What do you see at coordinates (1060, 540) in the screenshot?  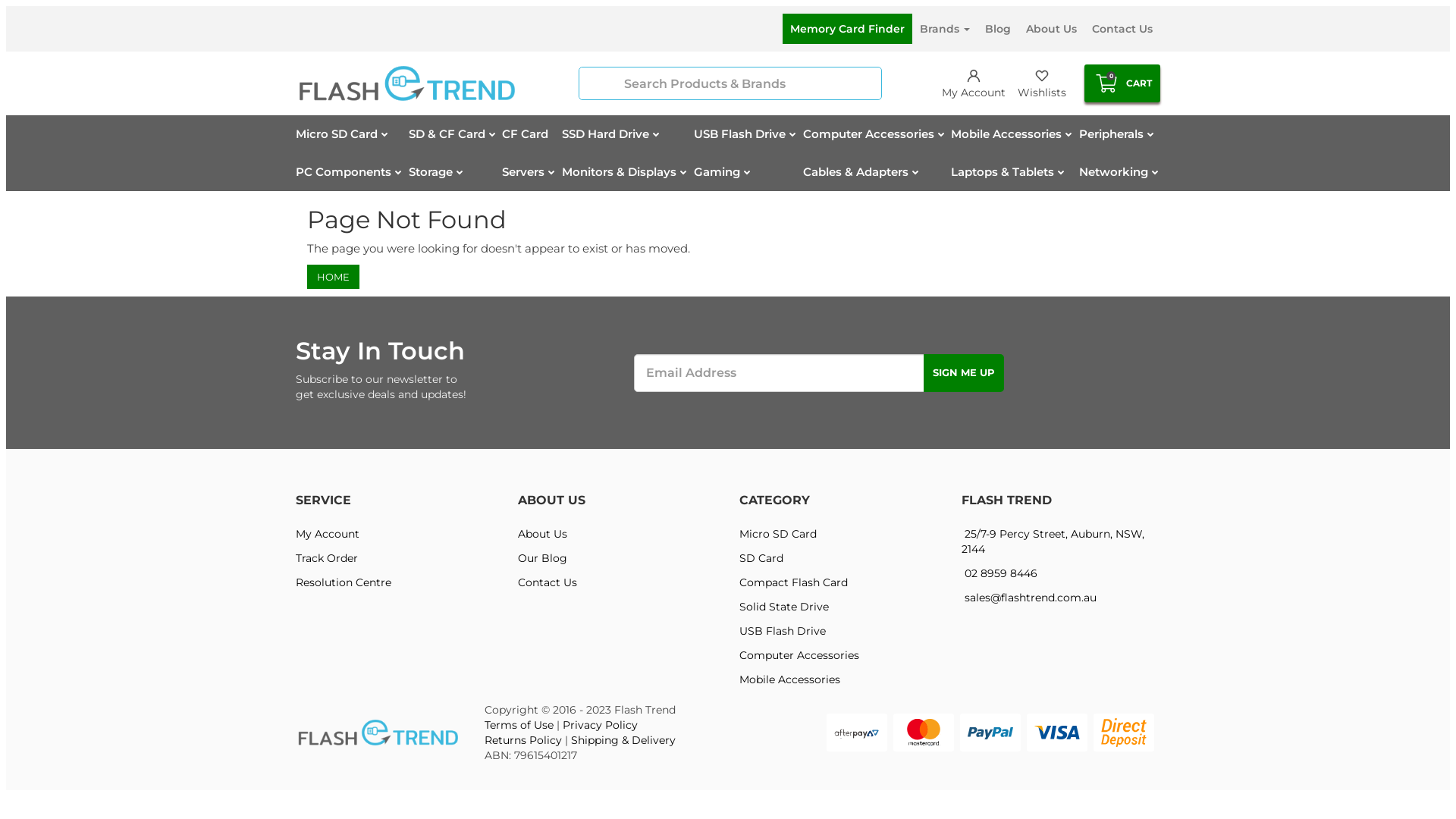 I see `'25/7-9 Percy Street, Auburn, NSW, 2144'` at bounding box center [1060, 540].